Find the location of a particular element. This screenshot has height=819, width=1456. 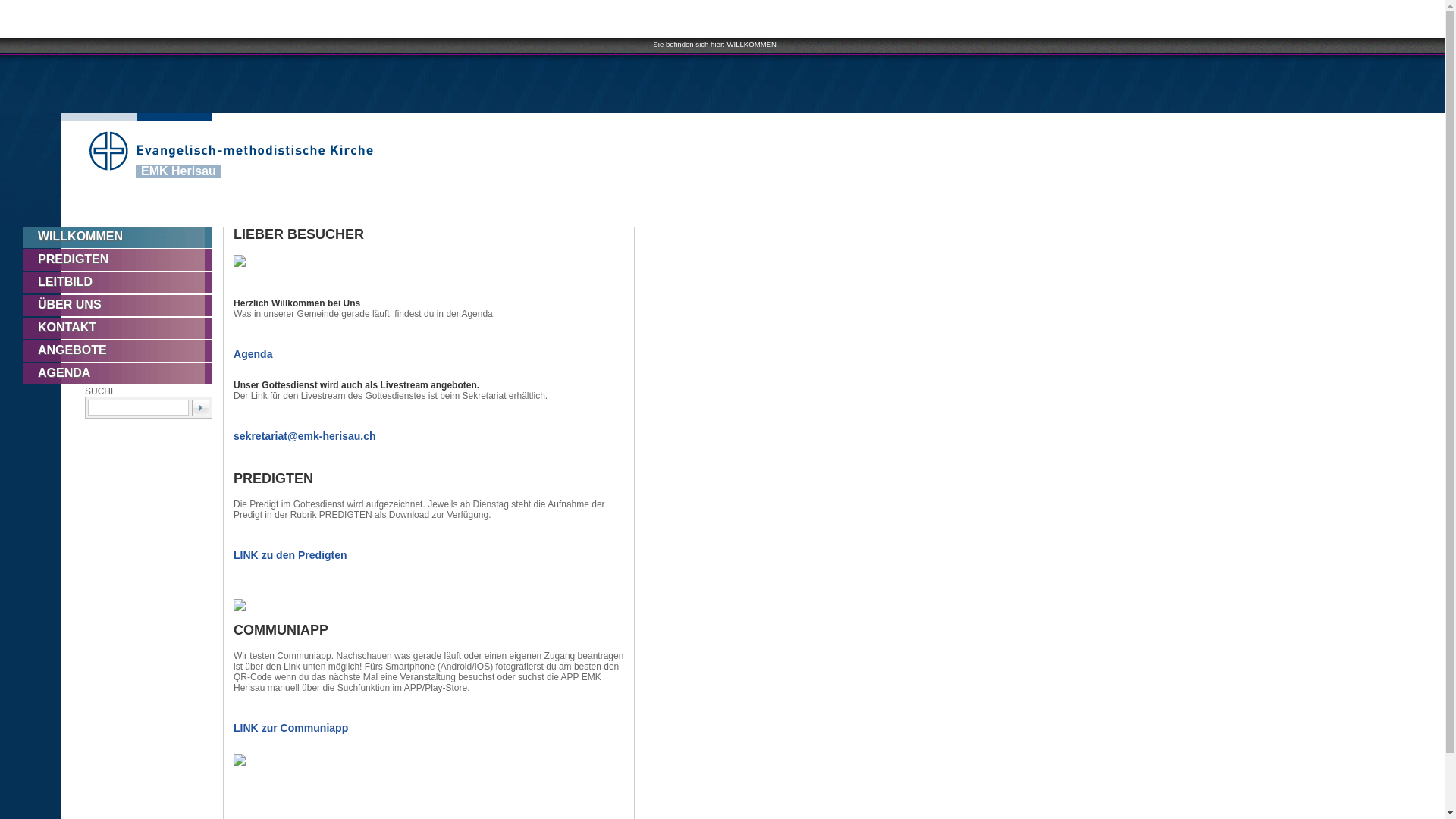

'PREDIGTEN' is located at coordinates (123, 259).